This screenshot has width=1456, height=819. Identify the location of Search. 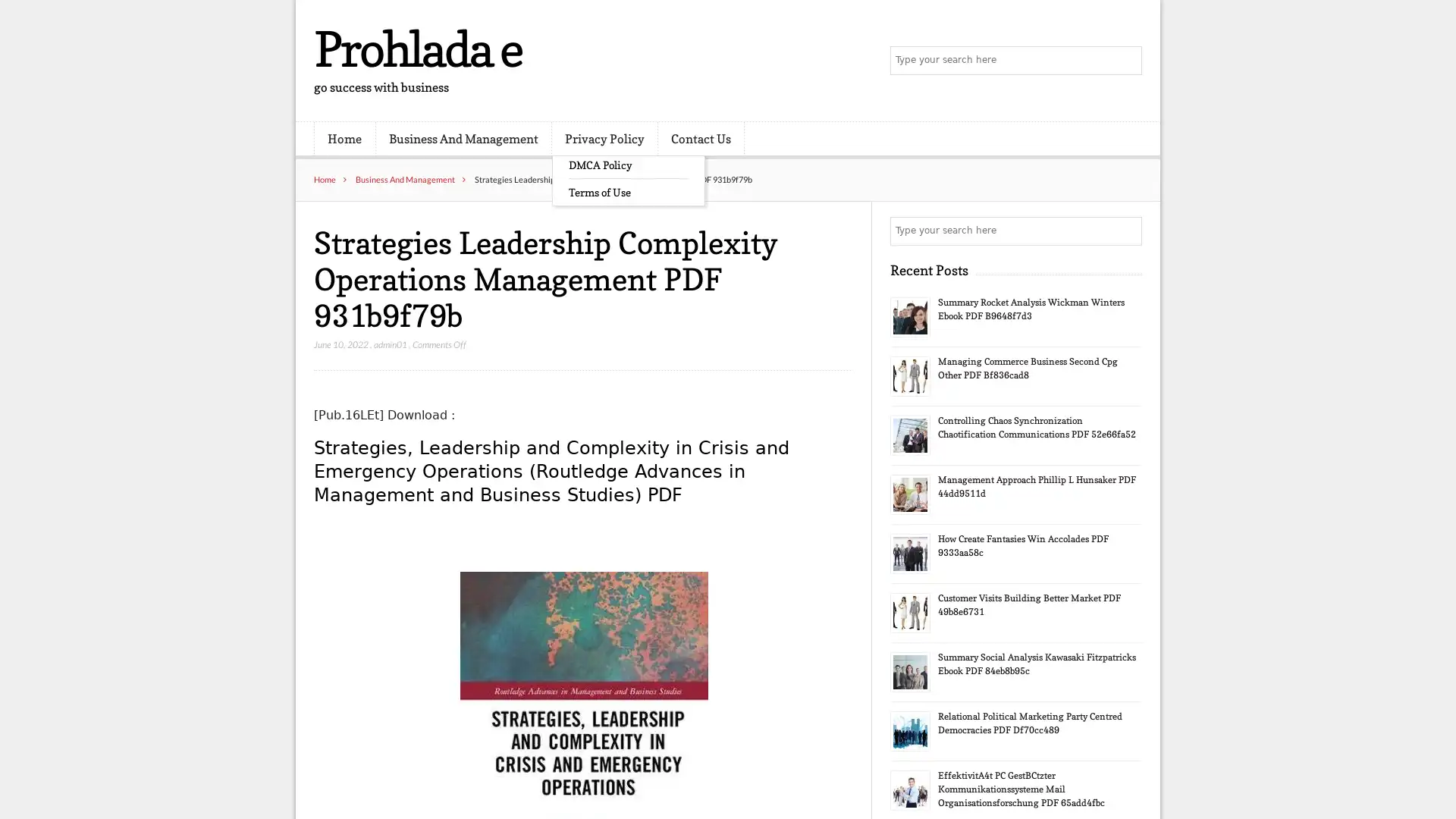
(1126, 231).